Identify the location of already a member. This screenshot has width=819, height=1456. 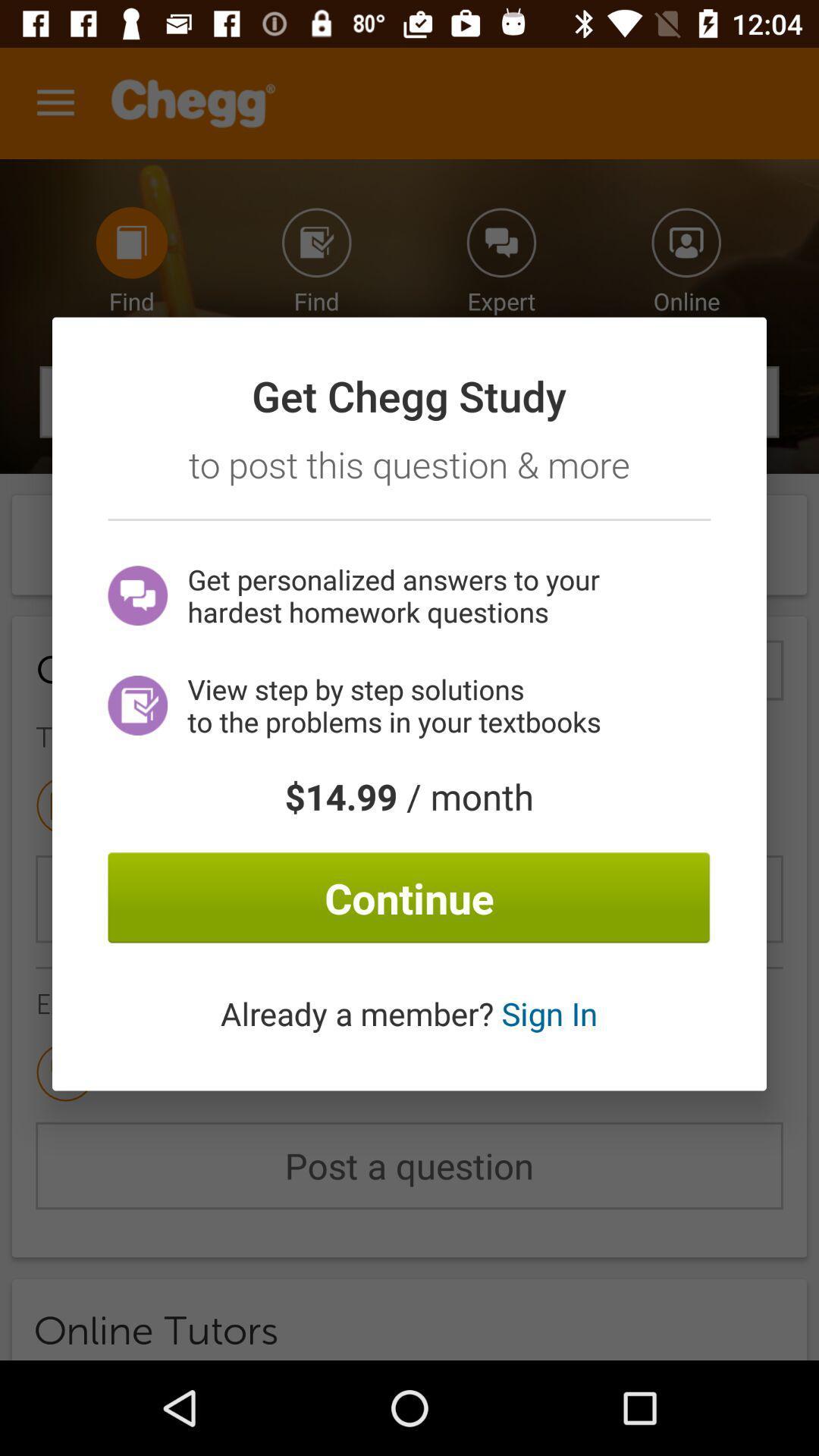
(408, 1013).